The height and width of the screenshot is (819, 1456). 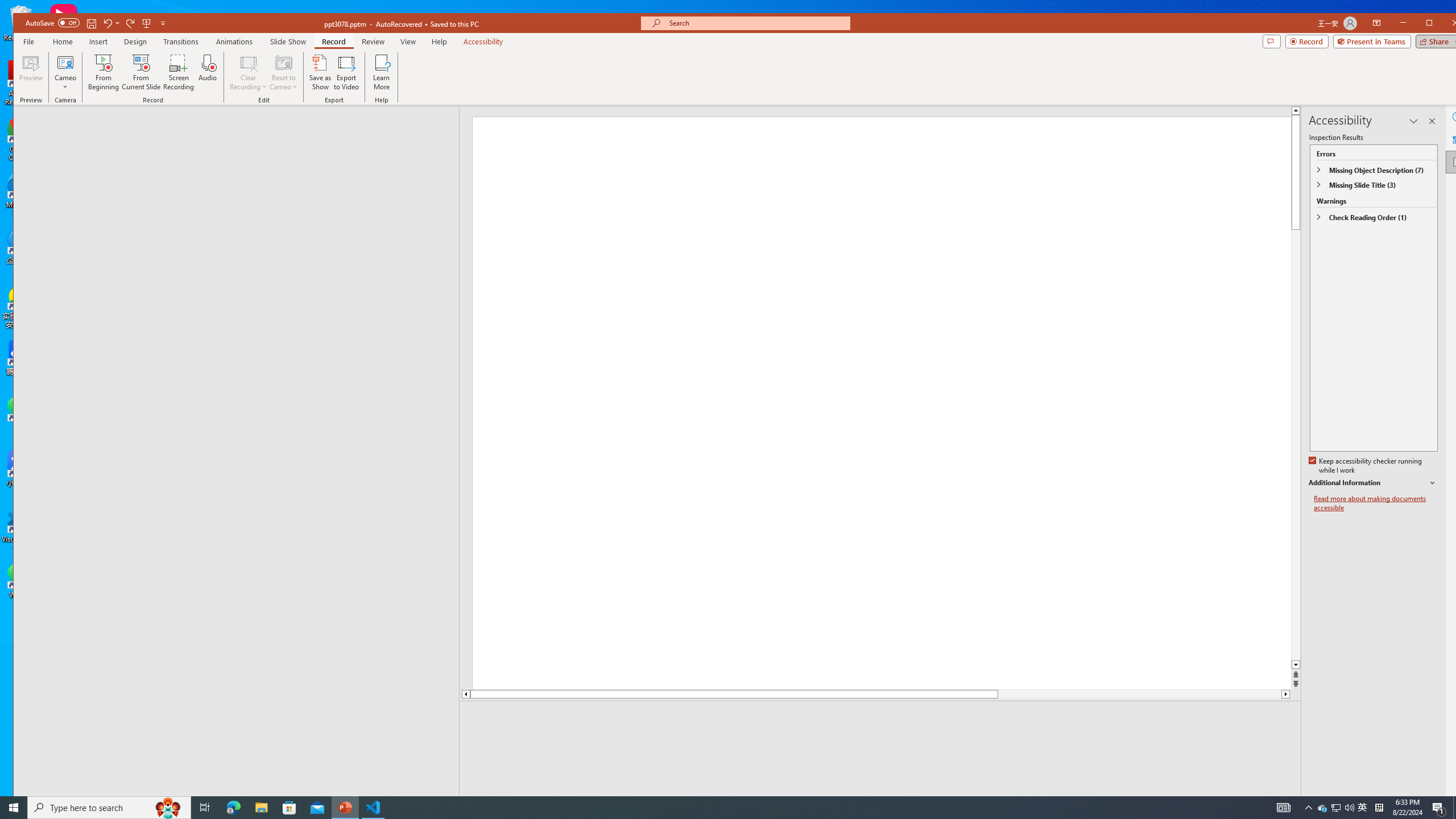 I want to click on 'Zoom 172%', so click(x=1449, y=802).